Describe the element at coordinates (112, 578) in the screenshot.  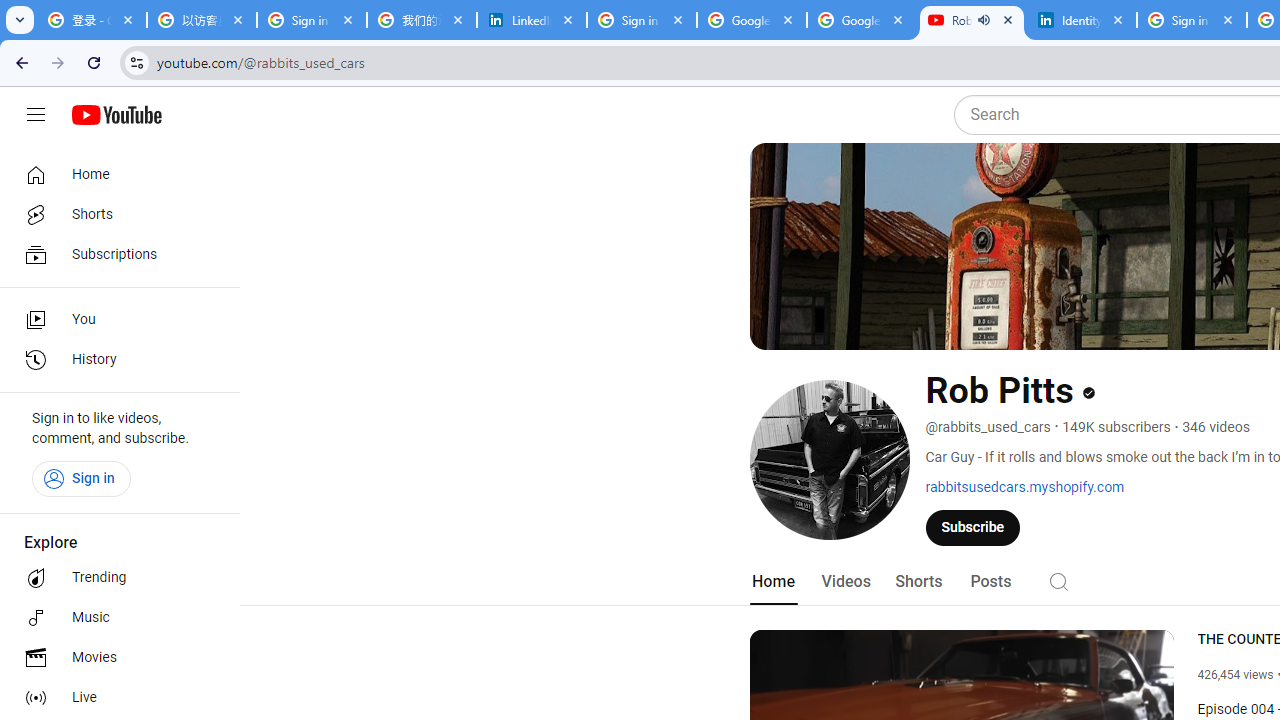
I see `'Trending'` at that location.